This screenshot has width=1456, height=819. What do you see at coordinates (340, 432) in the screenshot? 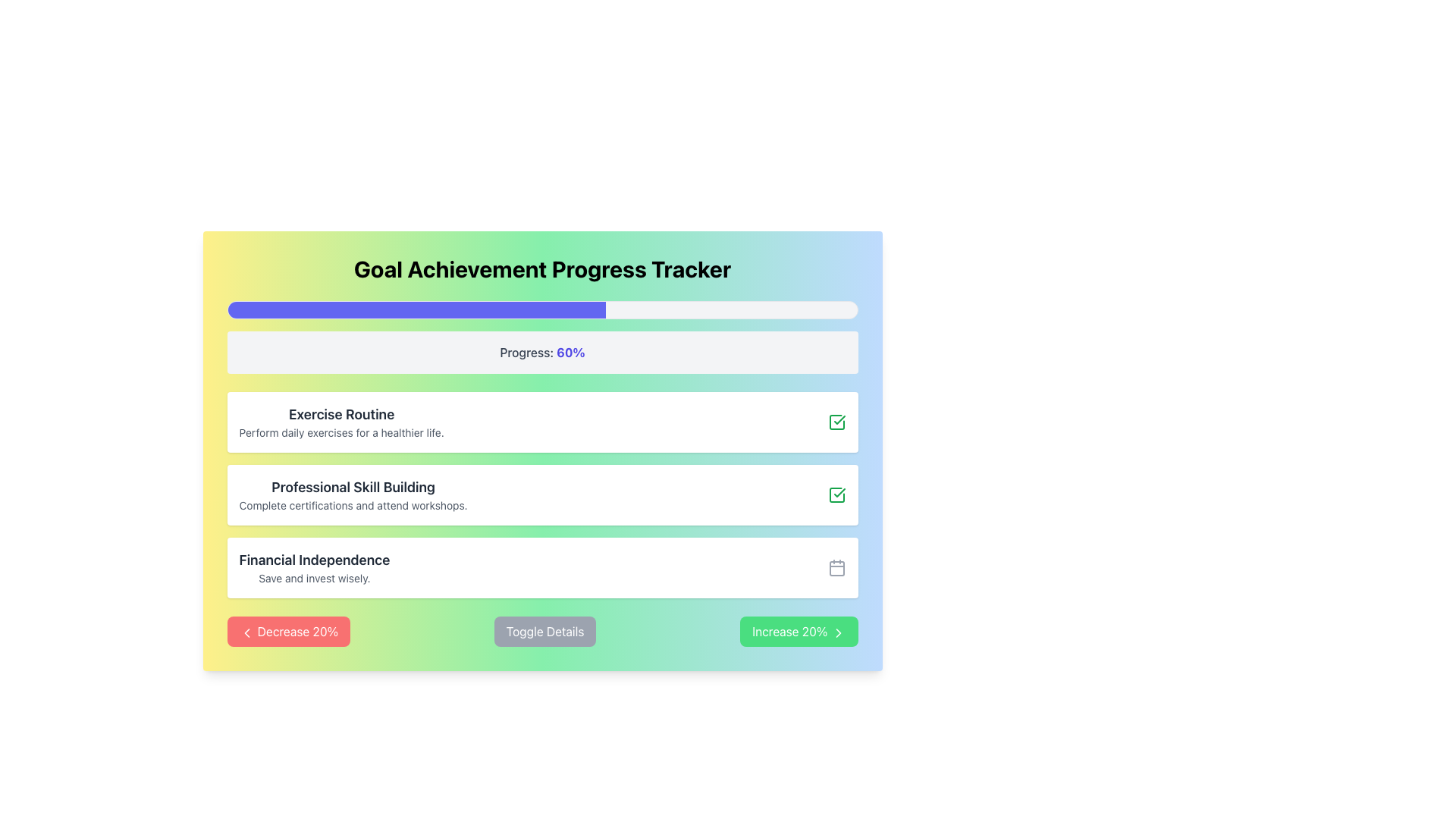
I see `the static text label reading 'Perform daily exercises for a healthier life.' which is positioned below the title 'Exercise Routine' in the first feature box of the card layout` at bounding box center [340, 432].